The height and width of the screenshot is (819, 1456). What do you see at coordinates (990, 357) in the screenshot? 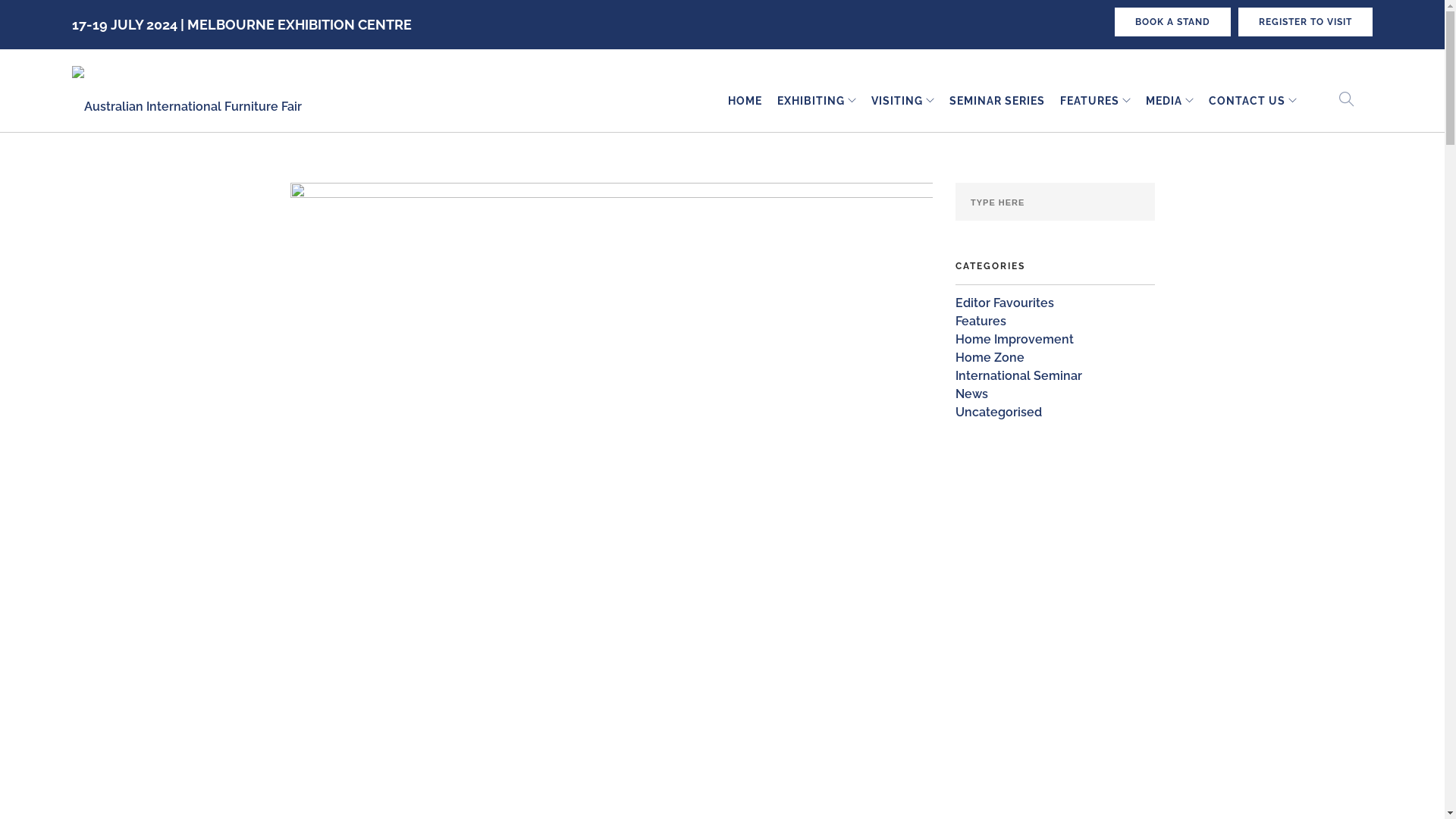
I see `'Home Zone'` at bounding box center [990, 357].